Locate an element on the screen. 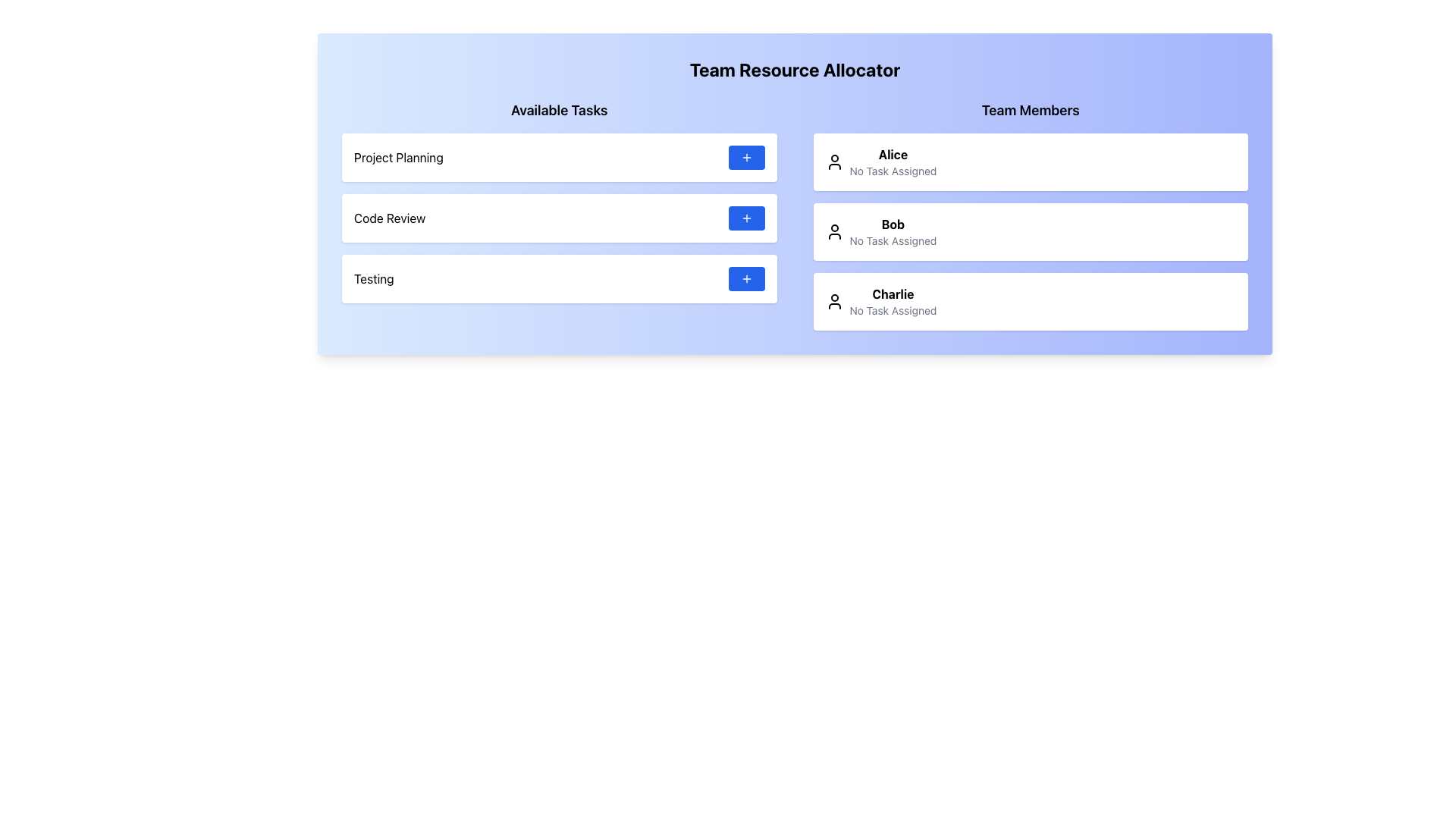  the light gray static text displaying 'No Task Assigned' located below 'Charlie' in the 'Team Members' section is located at coordinates (893, 309).